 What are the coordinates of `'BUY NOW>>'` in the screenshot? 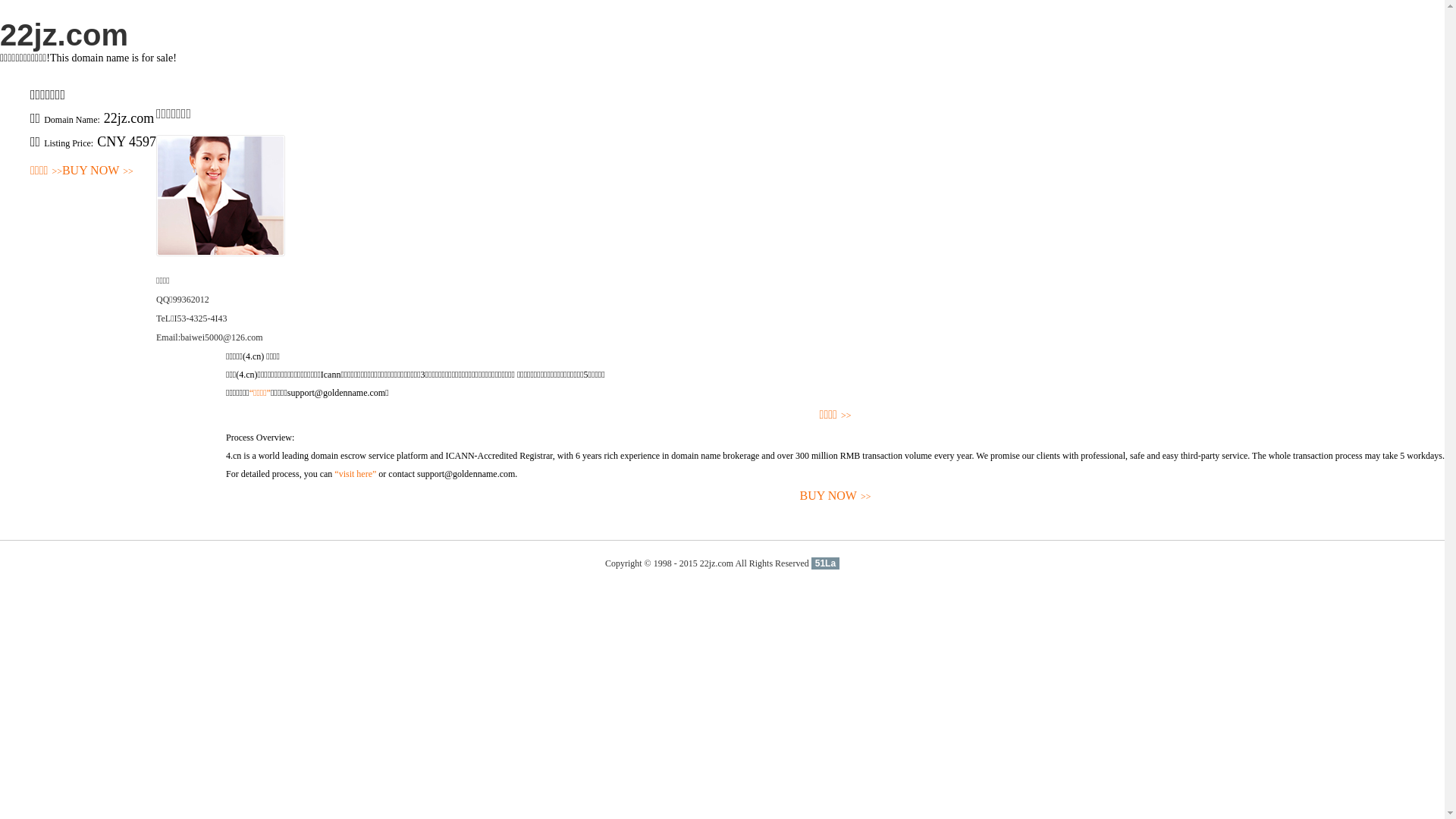 It's located at (97, 171).